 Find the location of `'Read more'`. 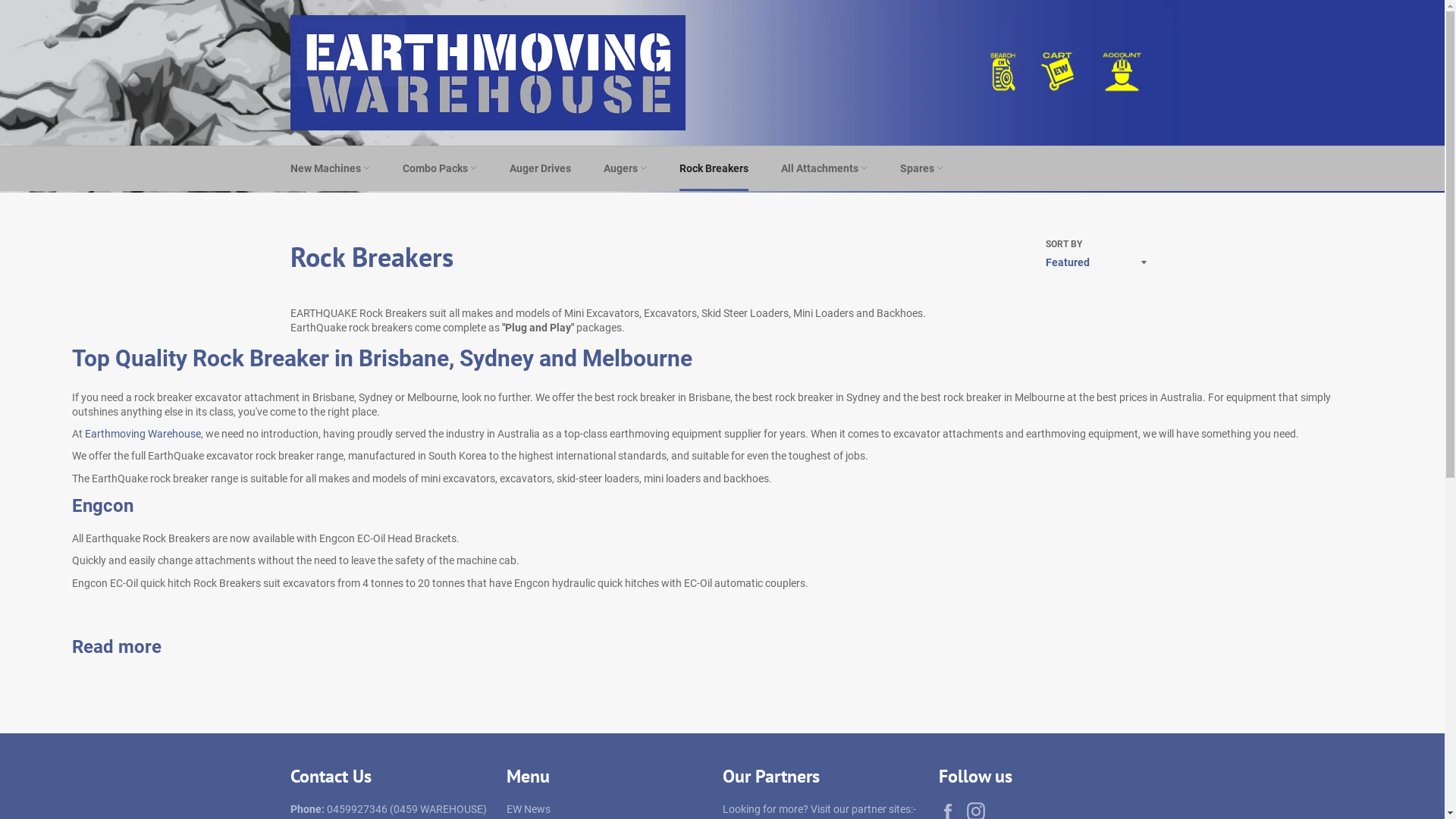

'Read more' is located at coordinates (71, 646).